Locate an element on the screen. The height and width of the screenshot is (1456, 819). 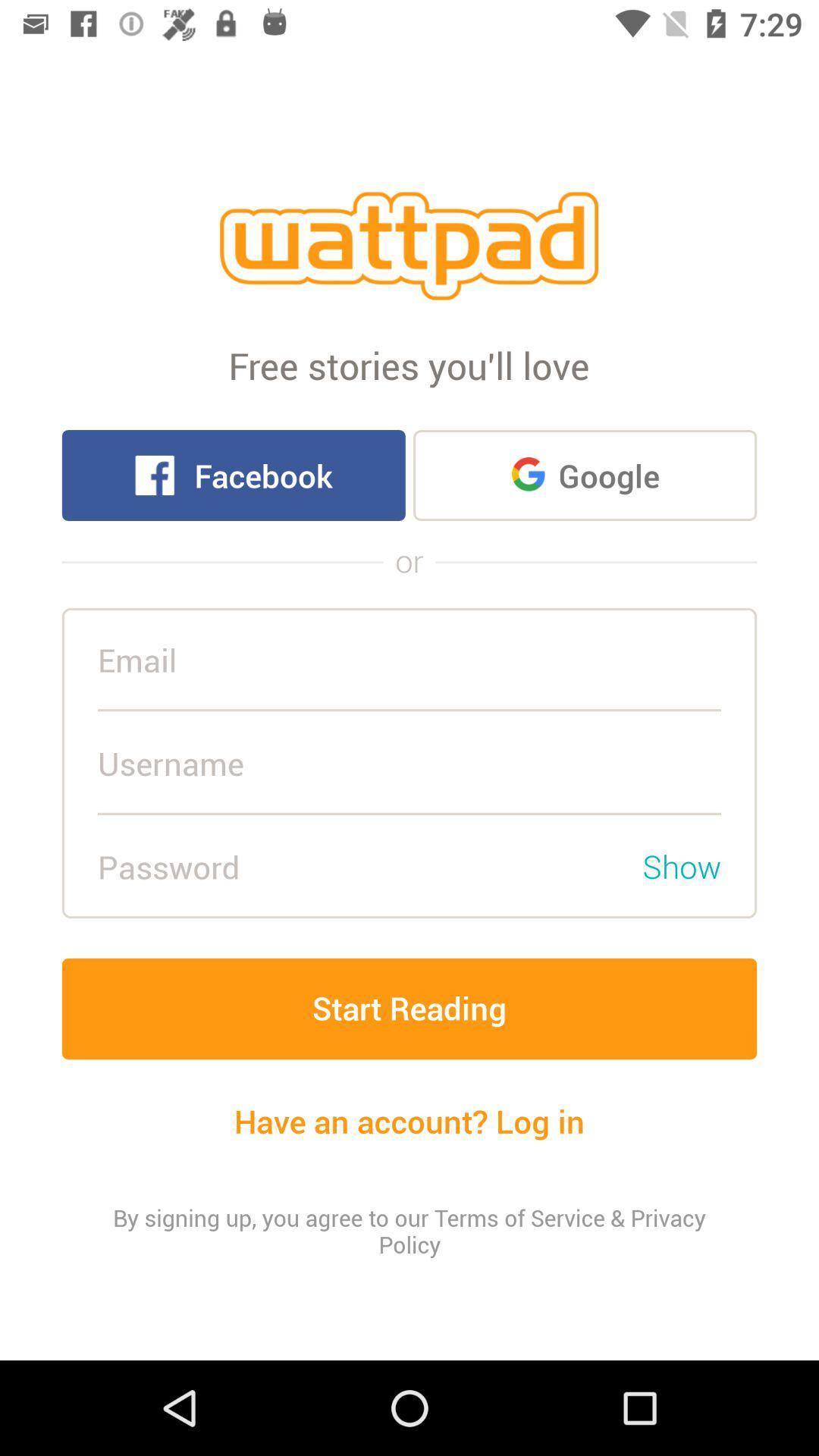
show is located at coordinates (681, 866).